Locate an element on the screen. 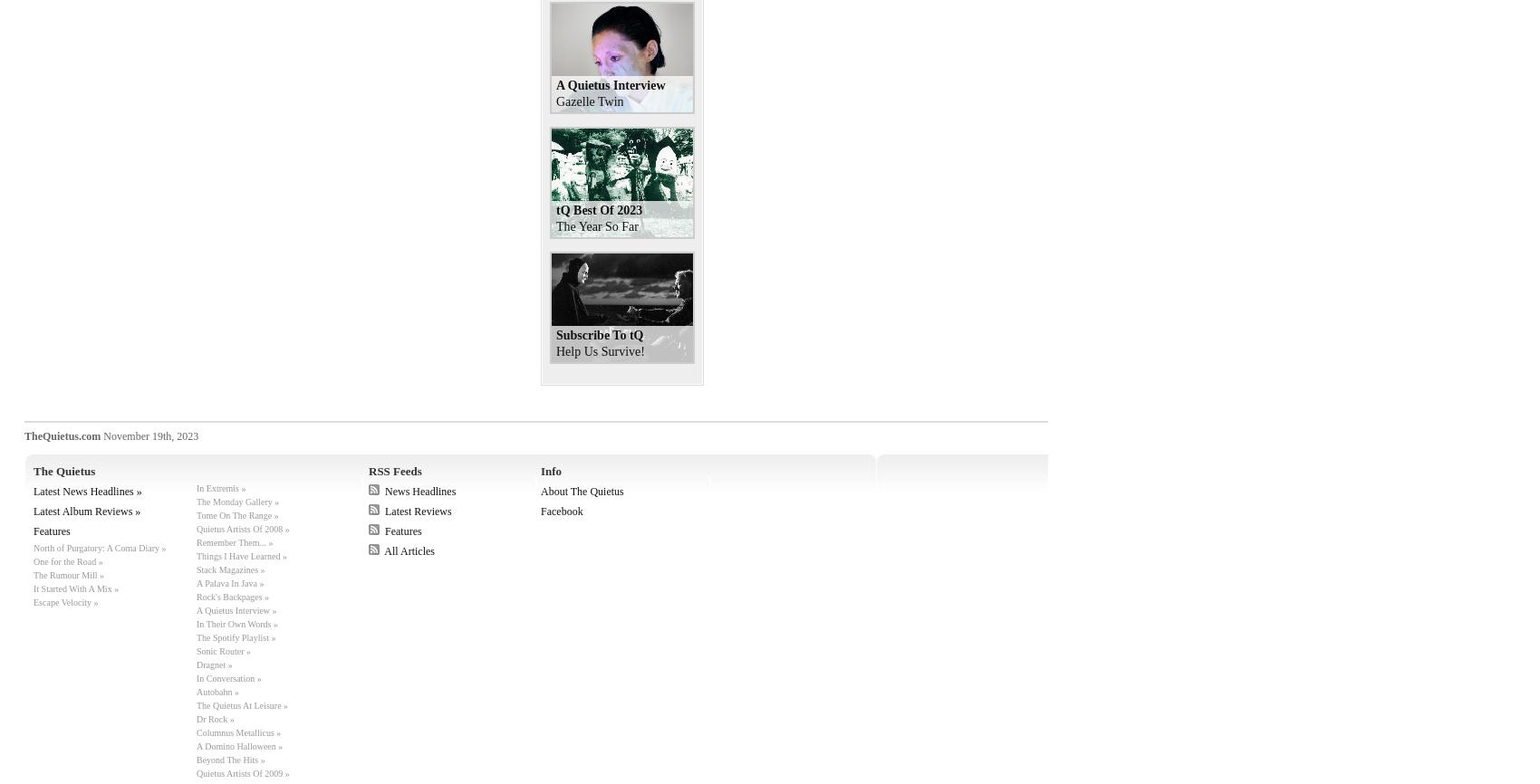 Image resolution: width=1540 pixels, height=784 pixels. 'Dr Rock »' is located at coordinates (215, 718).